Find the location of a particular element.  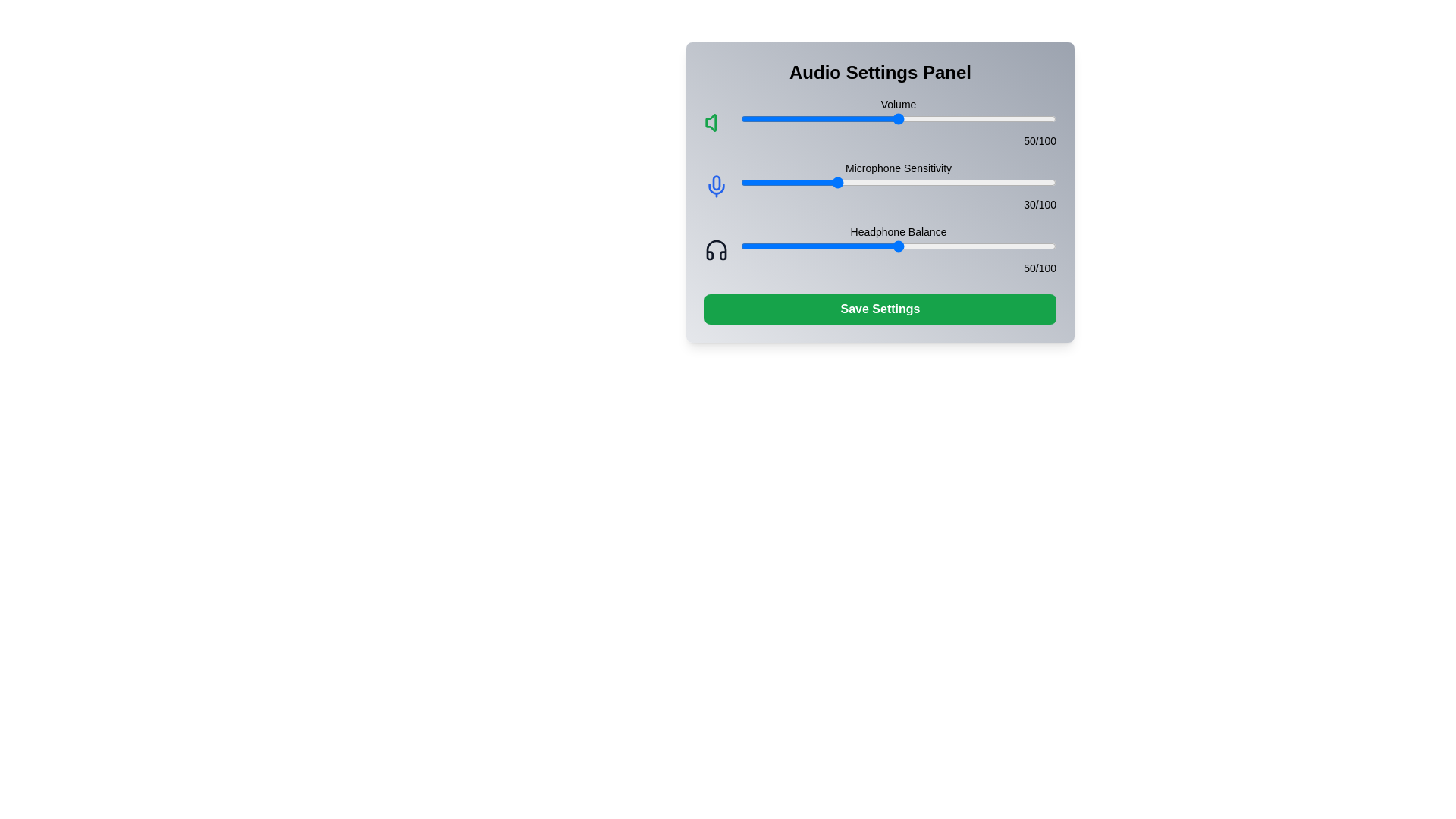

the headphone balance is located at coordinates (886, 245).